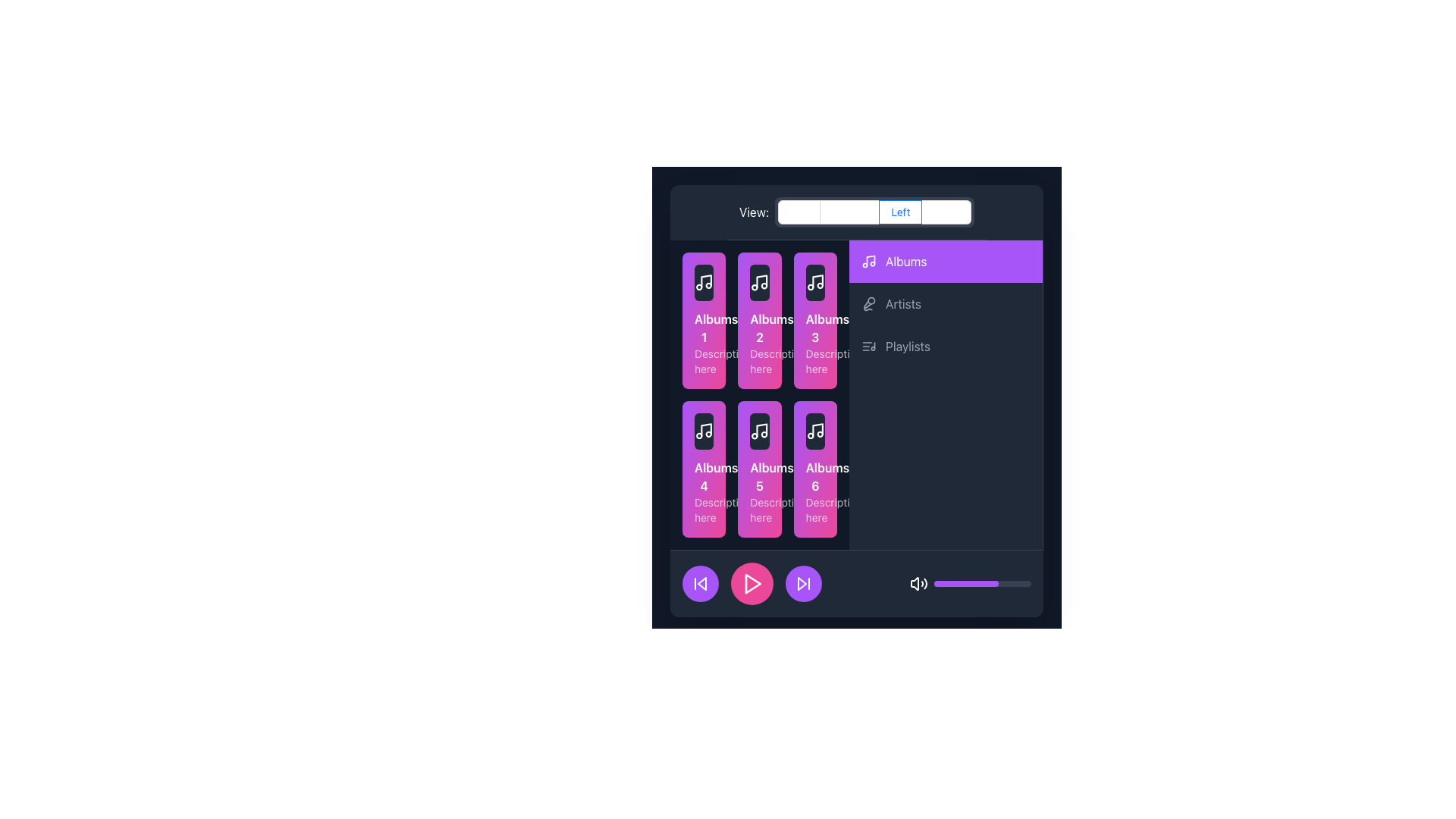  Describe the element at coordinates (701, 583) in the screenshot. I see `the leftmost circular button in the bottom-left corner of the interface, which symbolizes a skip-backward action` at that location.